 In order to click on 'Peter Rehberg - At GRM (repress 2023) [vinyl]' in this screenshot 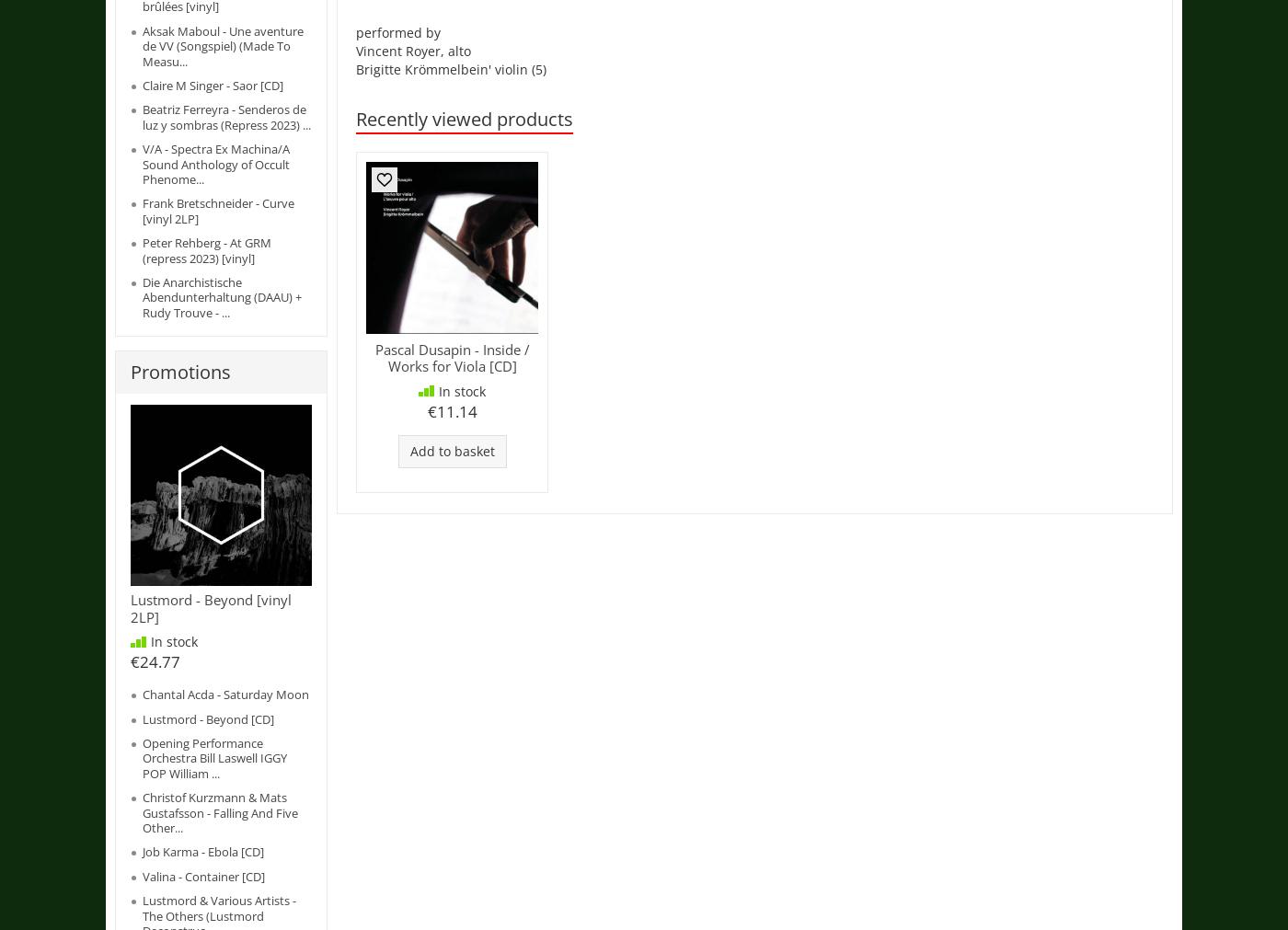, I will do `click(206, 249)`.